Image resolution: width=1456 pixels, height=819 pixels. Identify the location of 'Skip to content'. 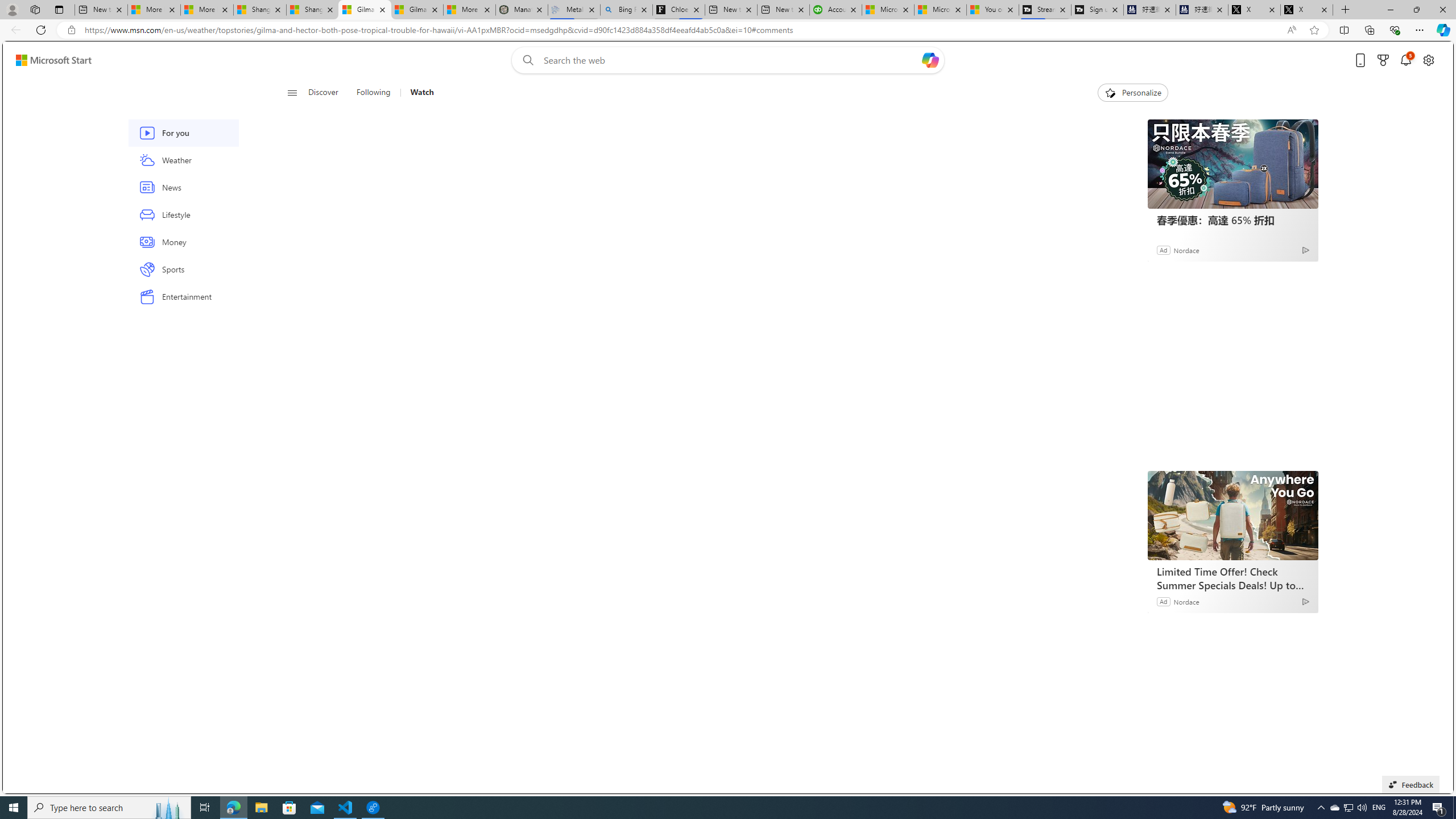
(49, 59).